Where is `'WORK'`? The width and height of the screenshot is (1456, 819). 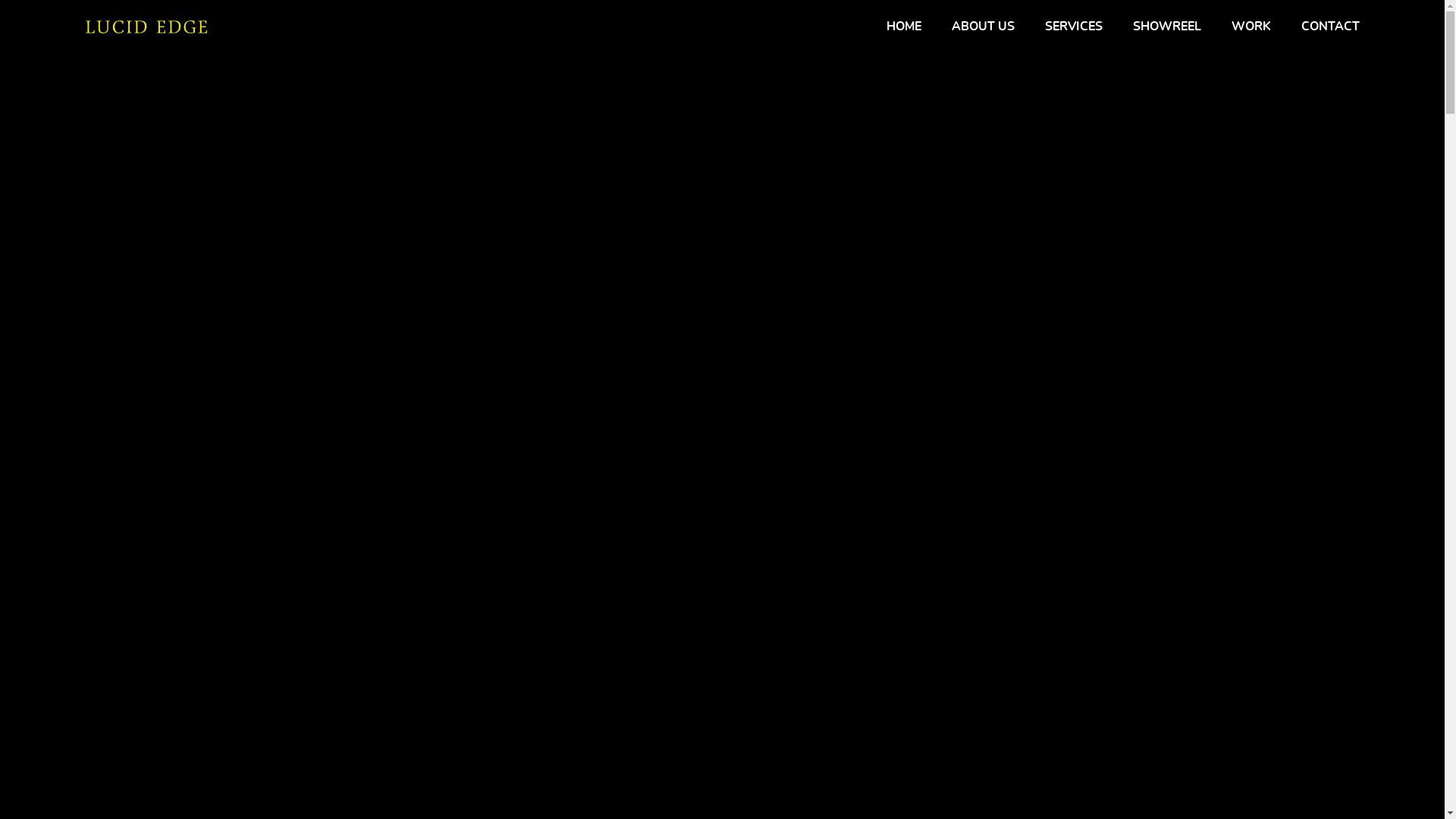 'WORK' is located at coordinates (1251, 27).